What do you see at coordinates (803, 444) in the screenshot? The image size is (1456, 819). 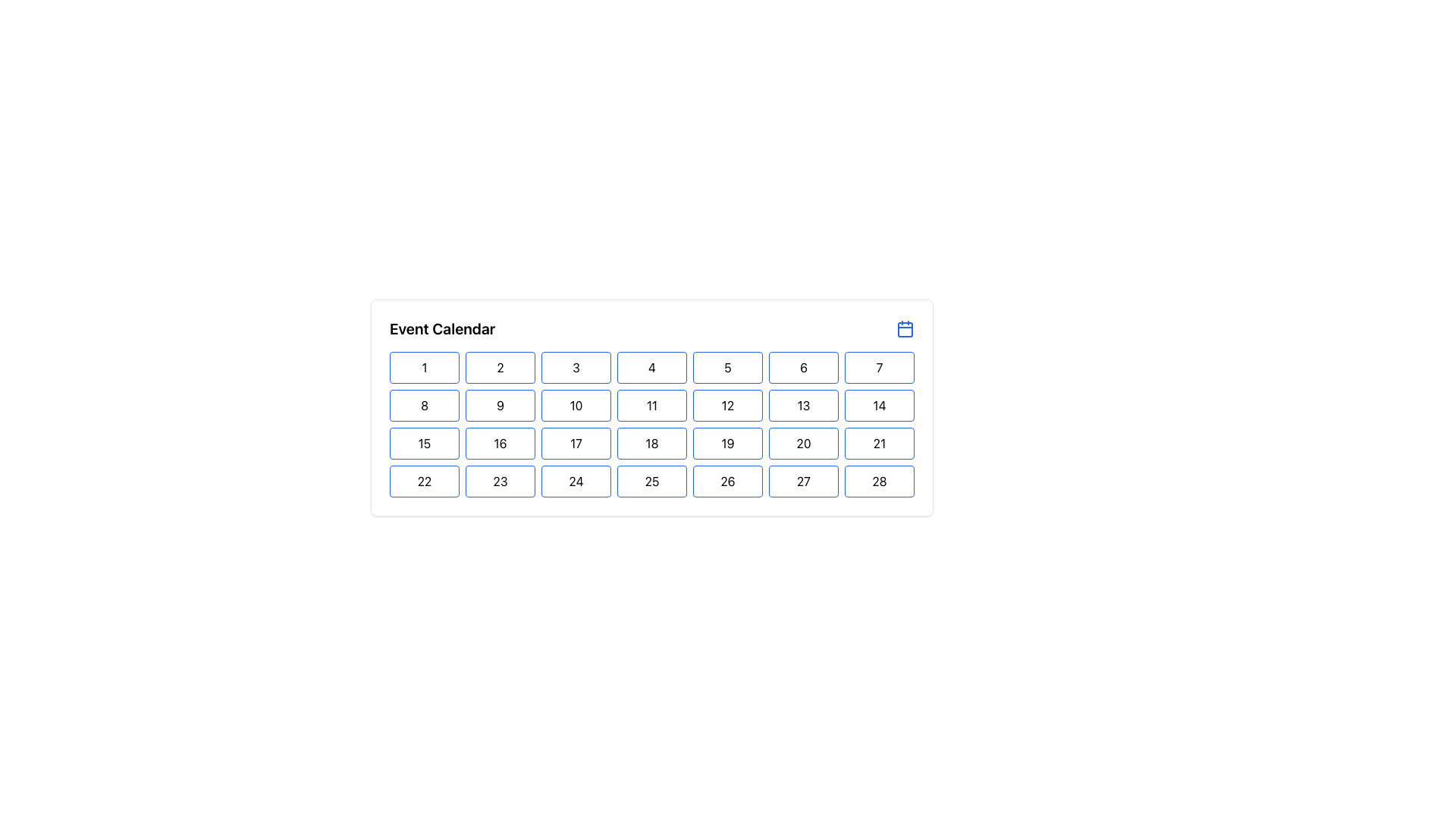 I see `the button for selecting the value '20'` at bounding box center [803, 444].